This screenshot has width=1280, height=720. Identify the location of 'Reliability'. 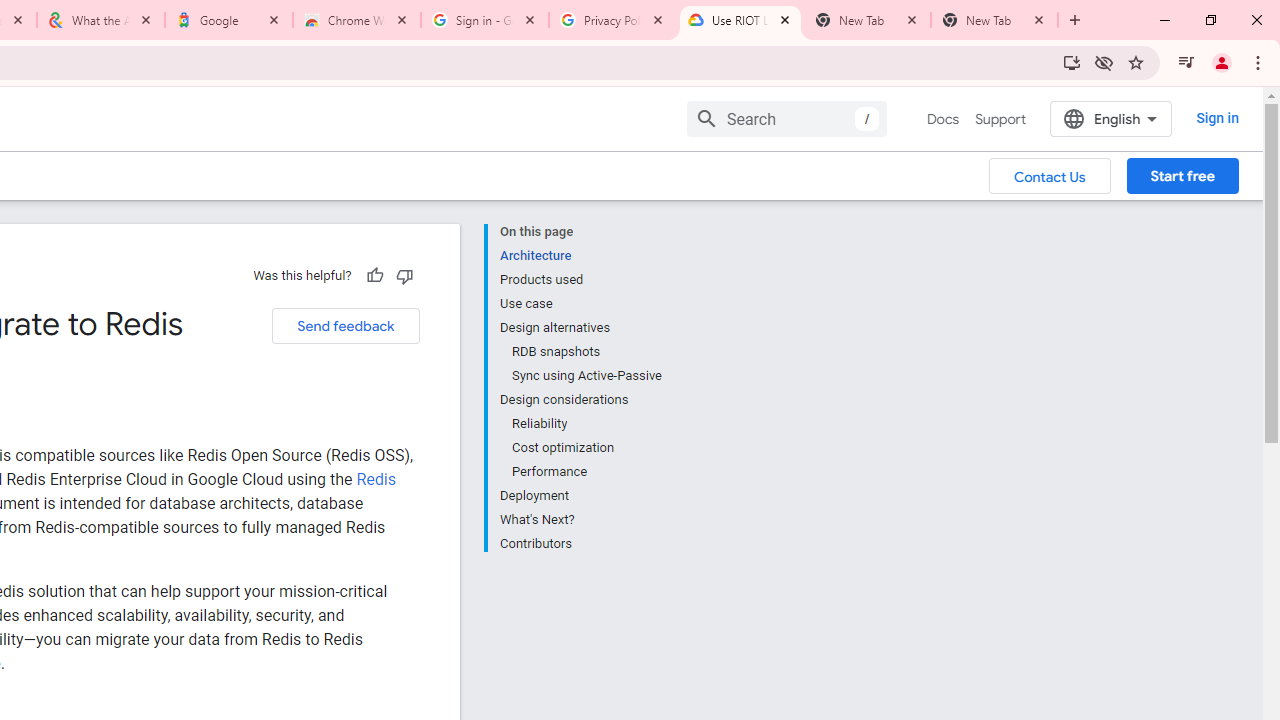
(585, 423).